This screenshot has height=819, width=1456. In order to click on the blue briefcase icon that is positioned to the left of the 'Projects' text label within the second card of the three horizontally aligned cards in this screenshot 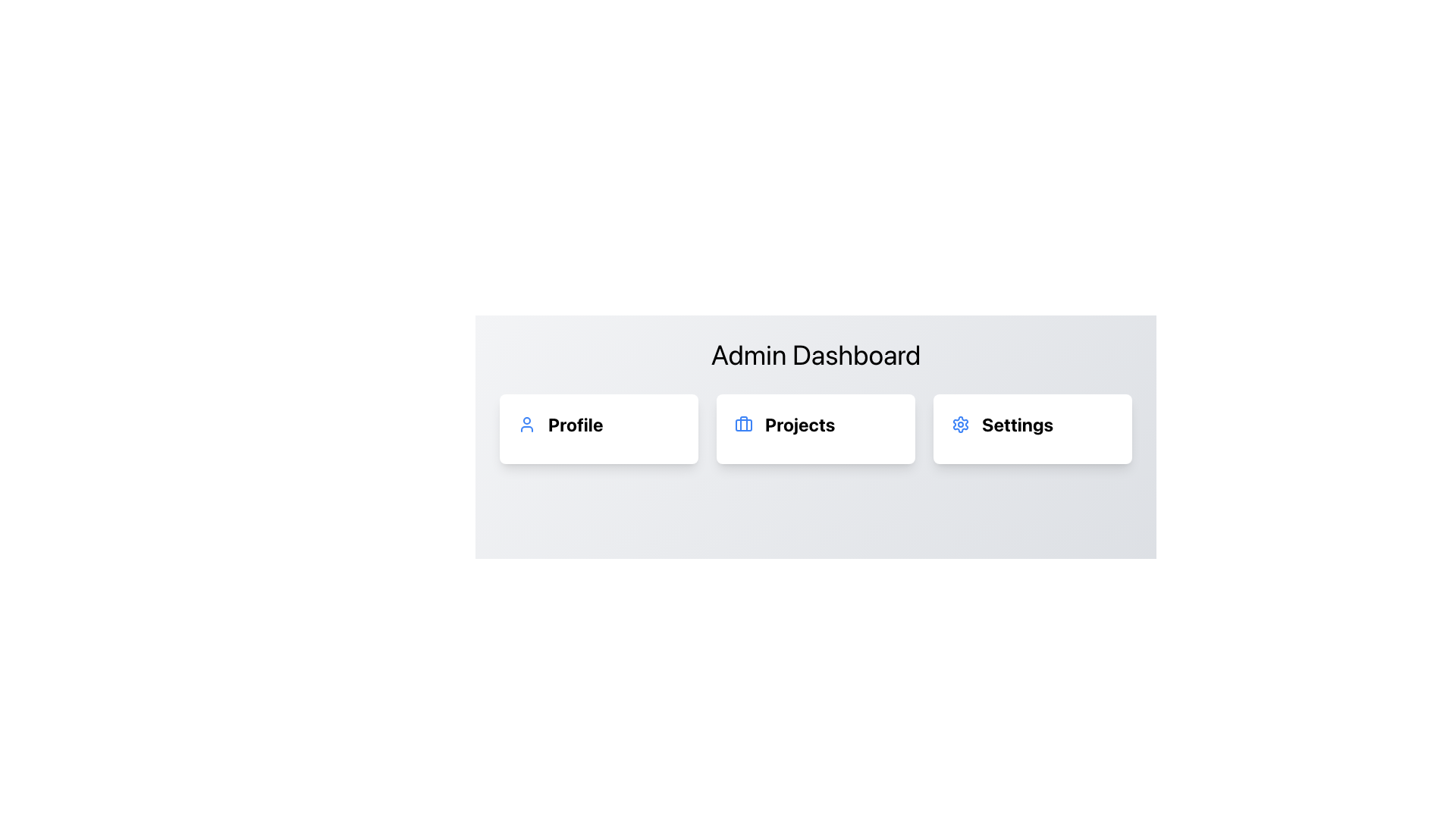, I will do `click(743, 424)`.